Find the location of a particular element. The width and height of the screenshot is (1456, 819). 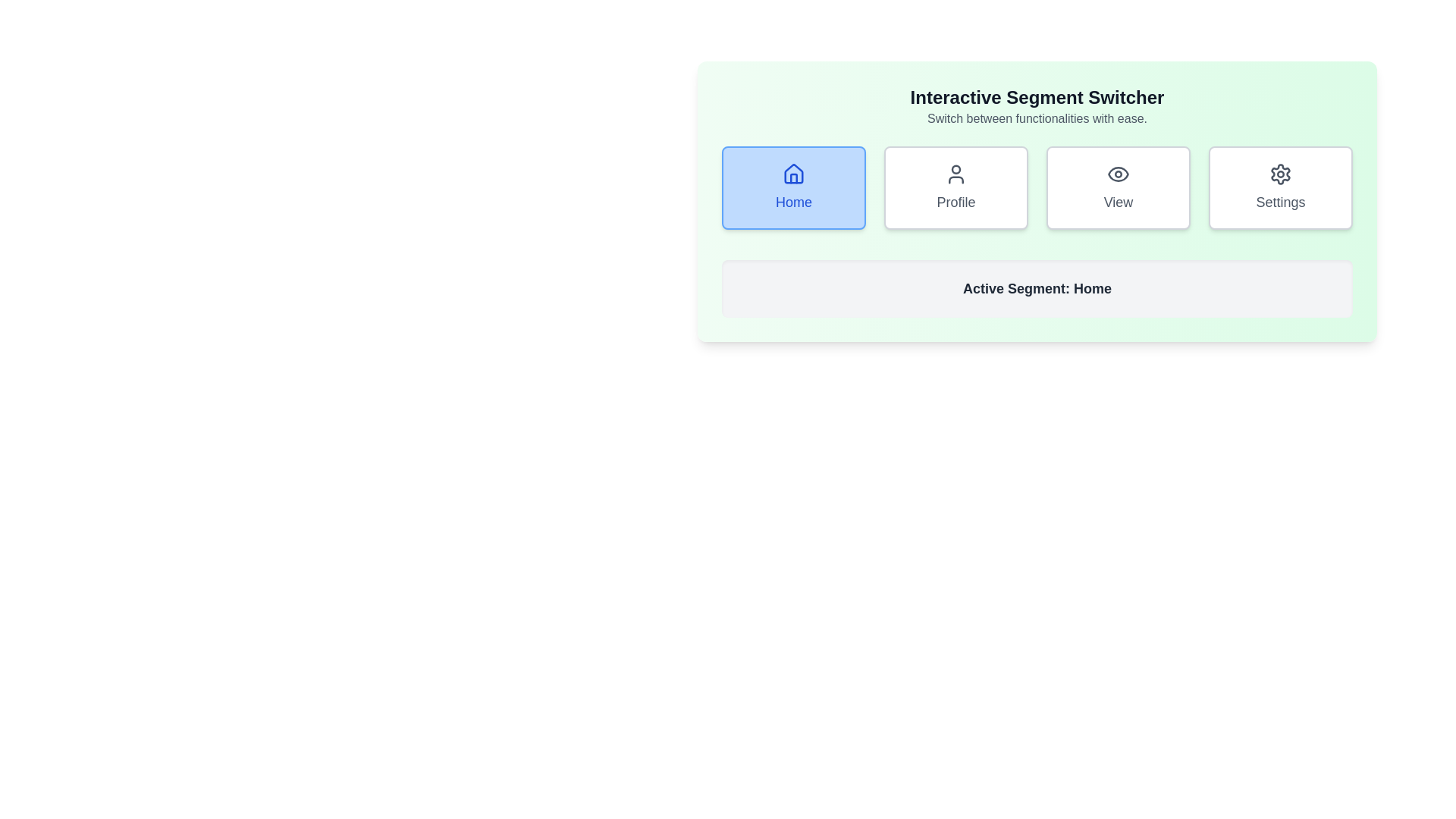

the cogwheel-shaped SVG icon located above the 'Settings' text within the card UI component is located at coordinates (1280, 174).